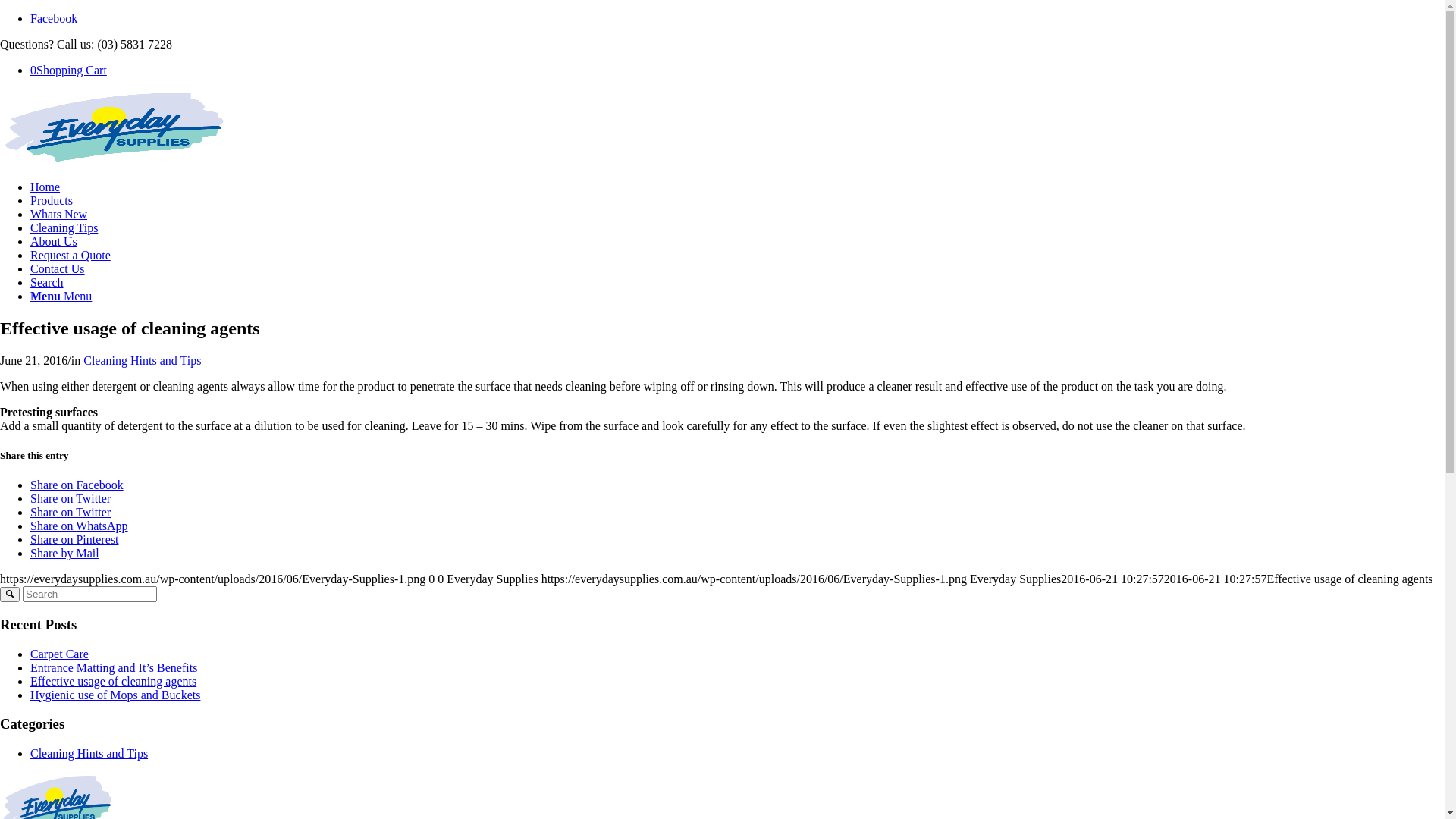 Image resolution: width=1456 pixels, height=819 pixels. Describe the element at coordinates (54, 240) in the screenshot. I see `'About Us'` at that location.